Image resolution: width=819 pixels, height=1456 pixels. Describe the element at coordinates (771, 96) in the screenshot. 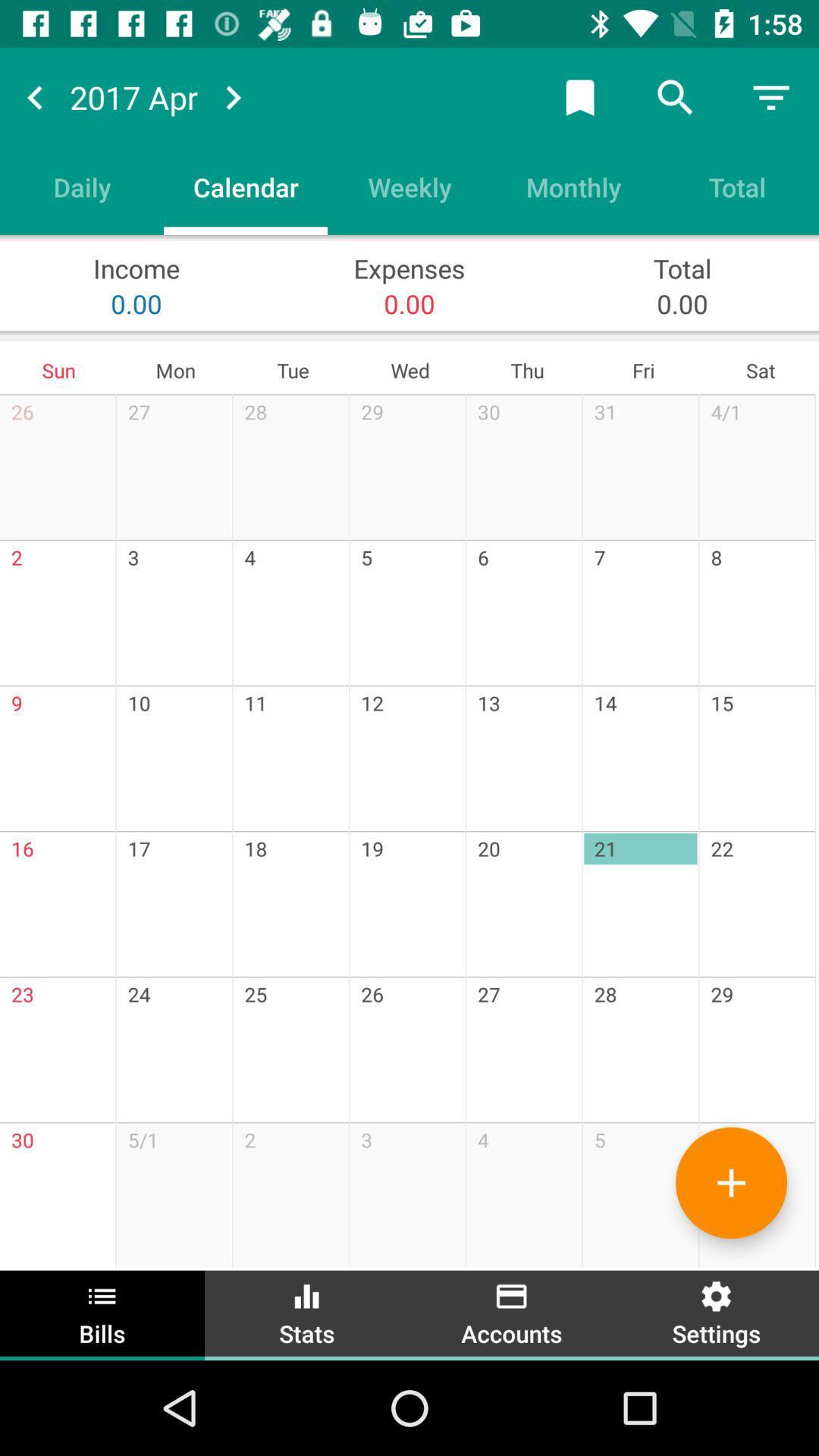

I see `open menu` at that location.